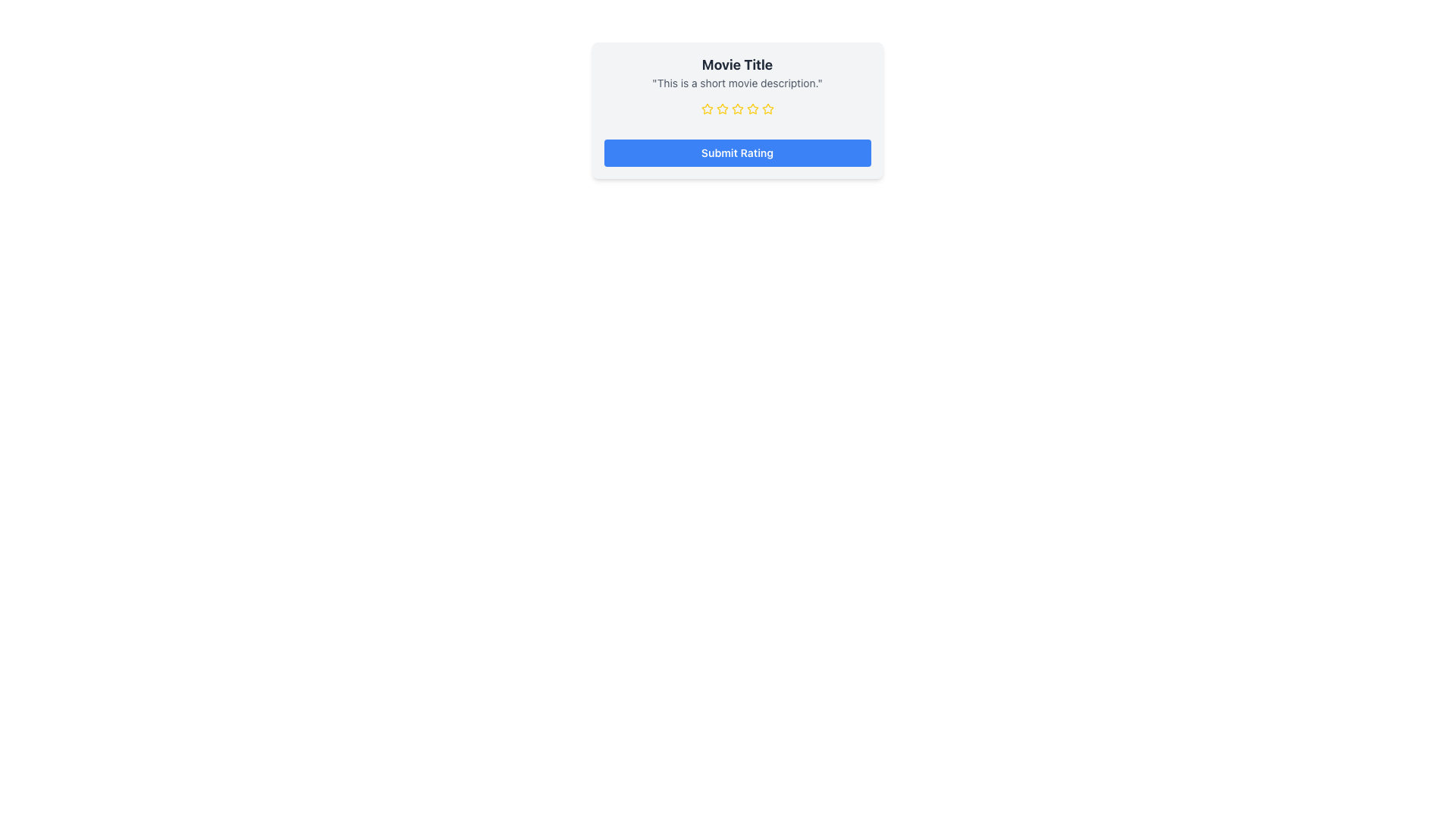  Describe the element at coordinates (737, 83) in the screenshot. I see `the text content that provides a brief description of a movie, positioned directly below the 'Movie Title' heading` at that location.